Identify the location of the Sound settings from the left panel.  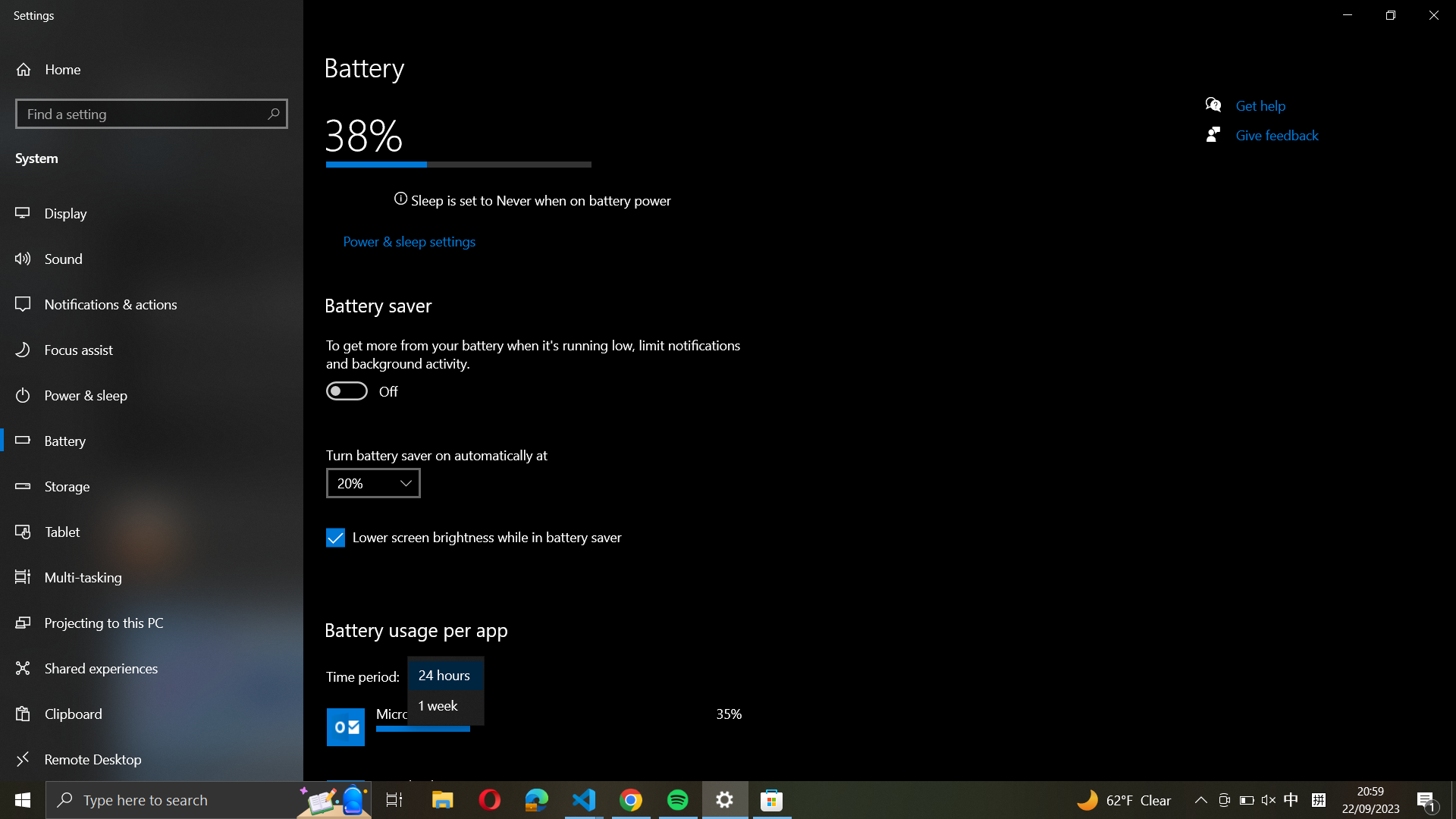
(152, 257).